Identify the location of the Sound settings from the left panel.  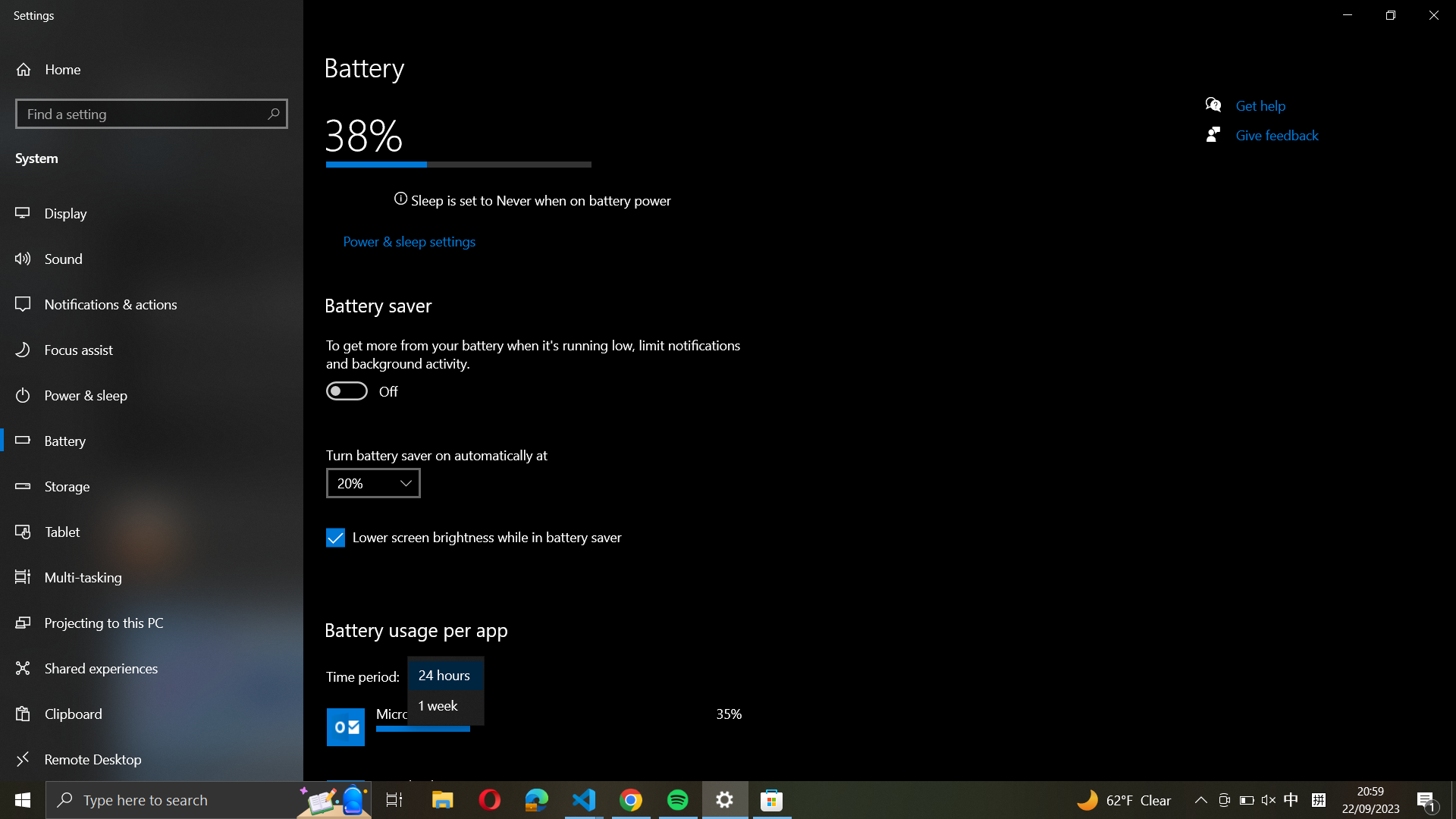
(152, 257).